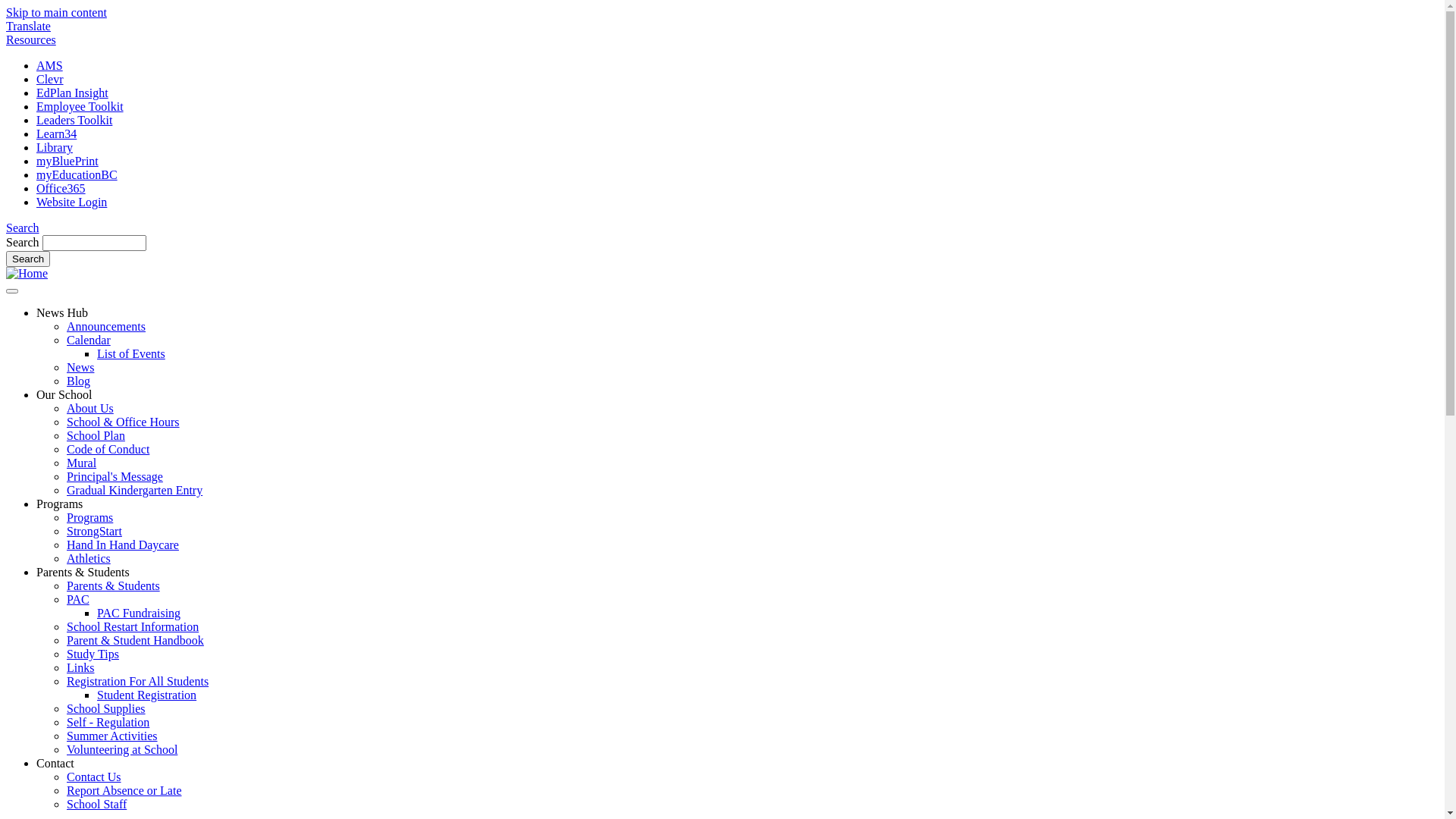 The height and width of the screenshot is (819, 1456). What do you see at coordinates (65, 367) in the screenshot?
I see `'News'` at bounding box center [65, 367].